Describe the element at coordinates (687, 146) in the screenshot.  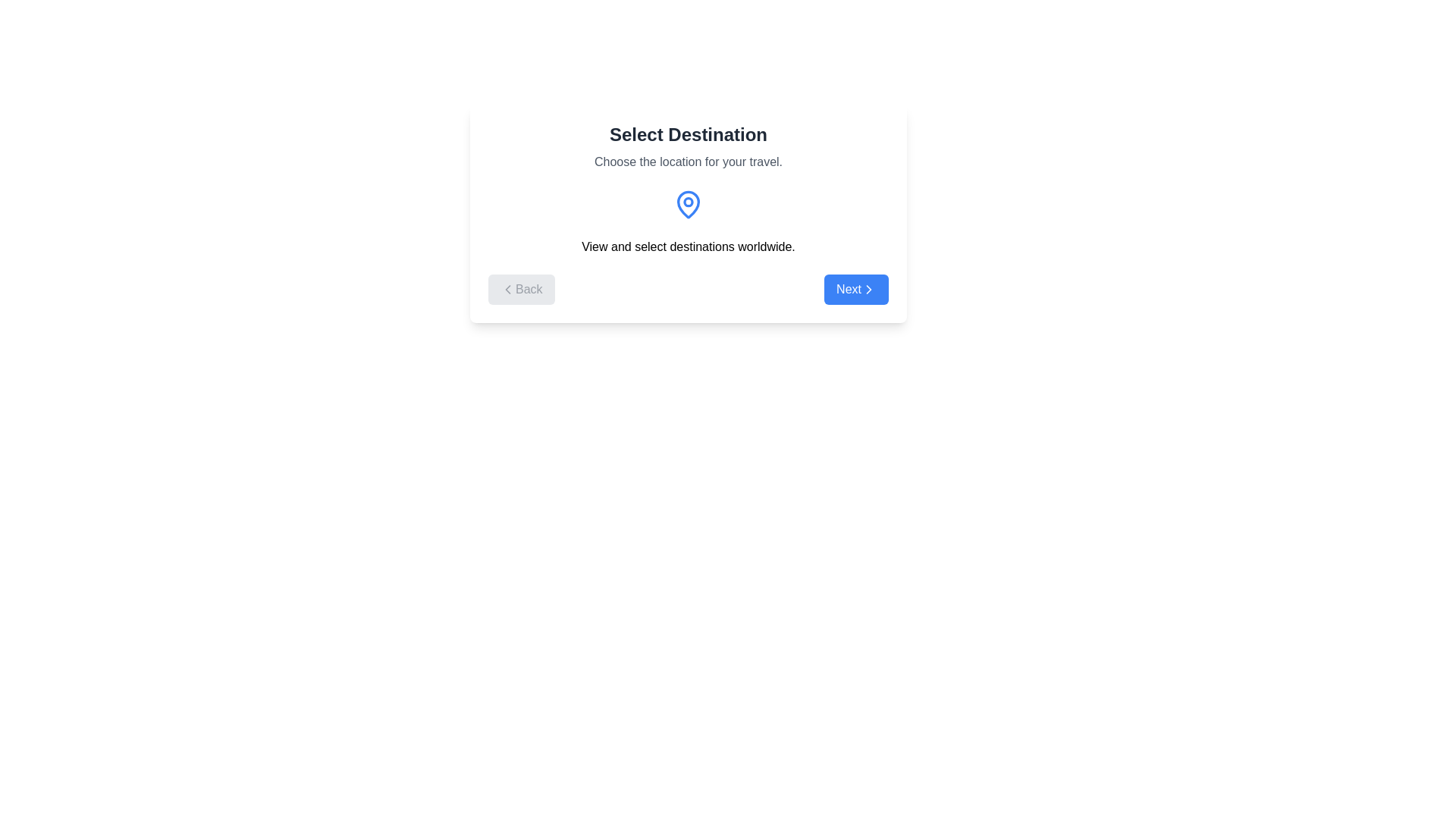
I see `the text block that has the header 'Select Destination' and subtext 'Choose the location for your travel.'` at that location.